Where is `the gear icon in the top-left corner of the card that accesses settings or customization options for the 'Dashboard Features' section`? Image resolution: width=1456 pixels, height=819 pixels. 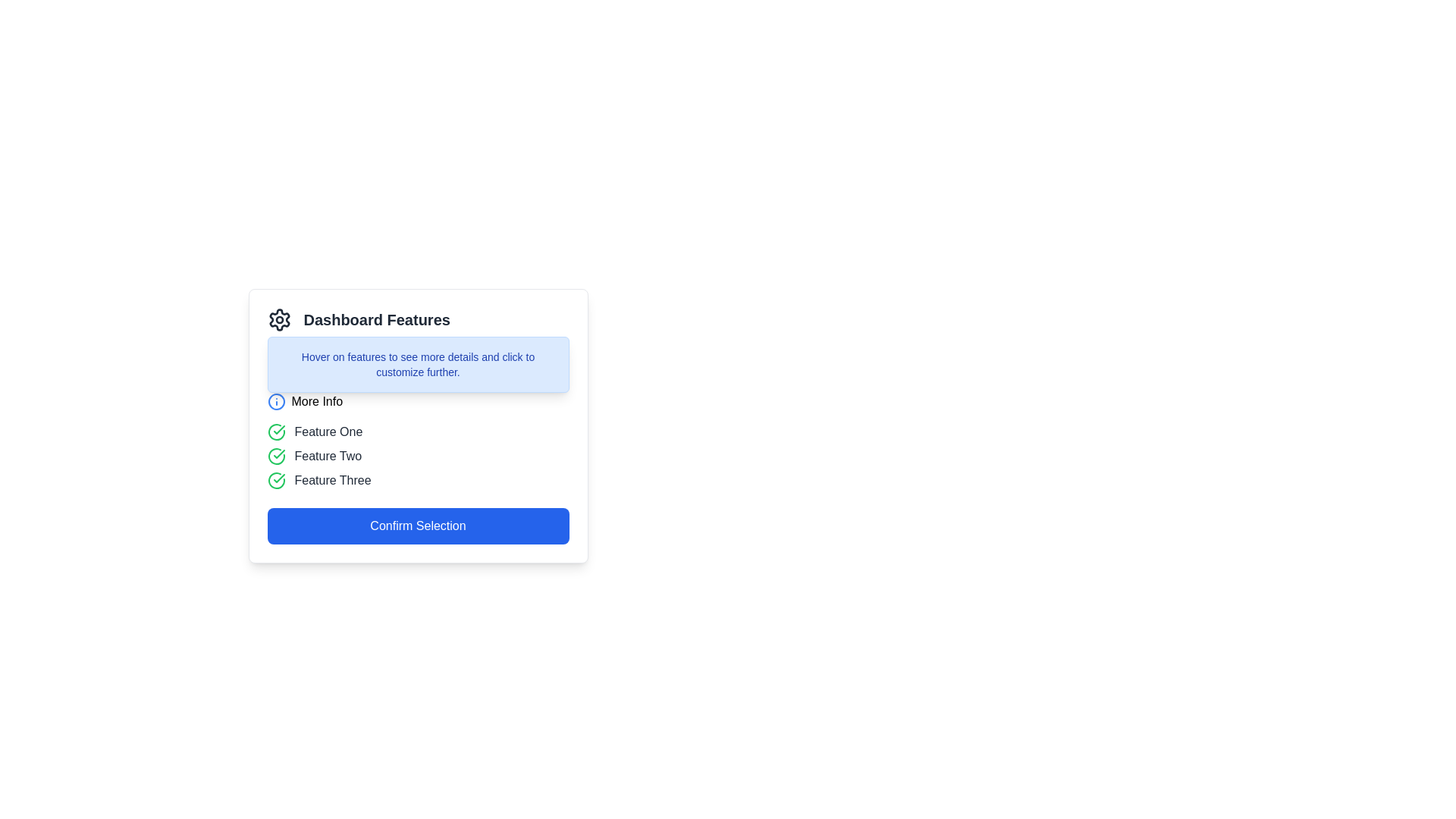 the gear icon in the top-left corner of the card that accesses settings or customization options for the 'Dashboard Features' section is located at coordinates (279, 318).